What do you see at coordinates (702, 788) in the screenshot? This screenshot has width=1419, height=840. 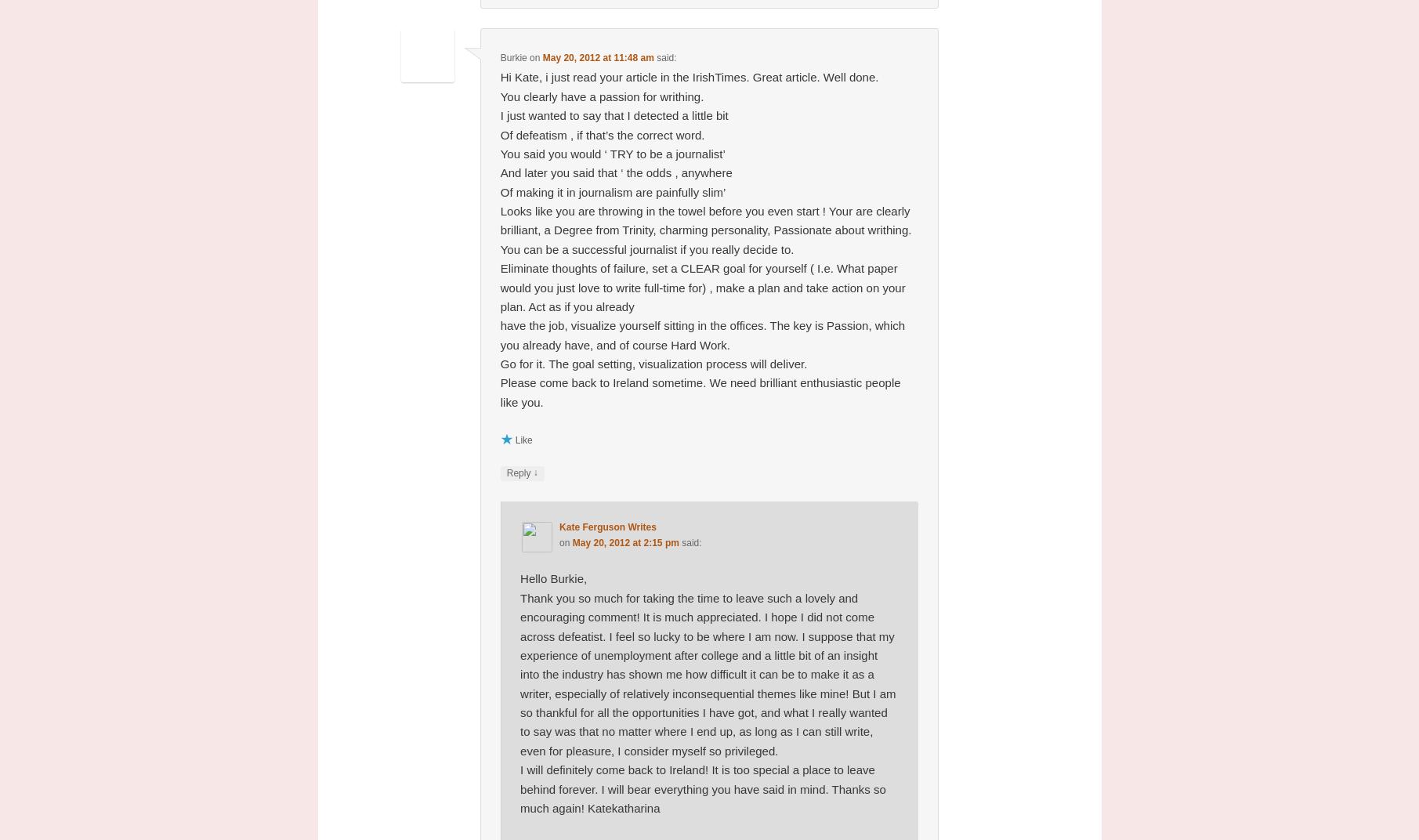 I see `'I will definitely come back to Ireland! It is too special a place to leave behind forever. I will bear everything you have said in mind. Thanks so much again! Katekatharina'` at bounding box center [702, 788].